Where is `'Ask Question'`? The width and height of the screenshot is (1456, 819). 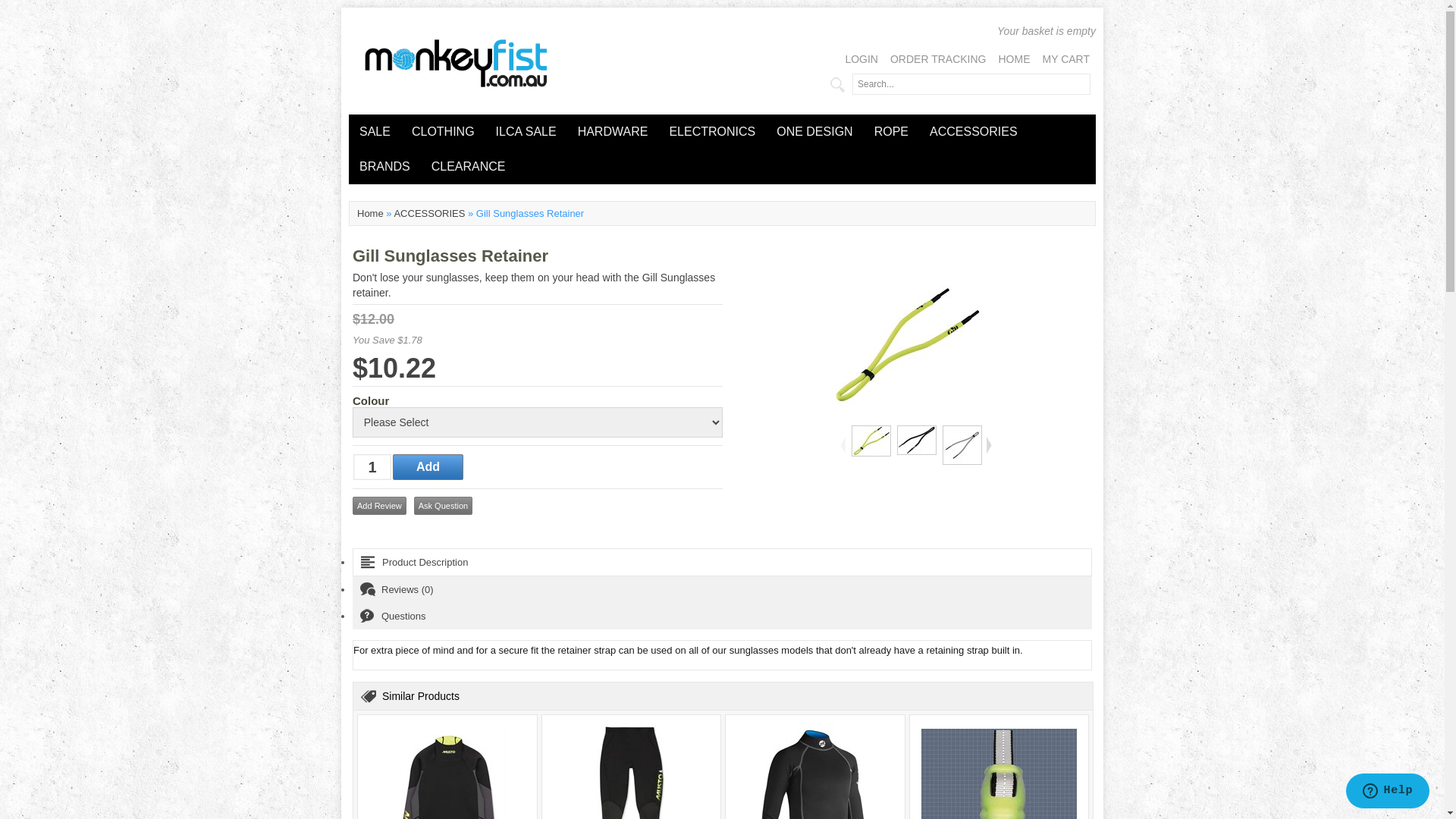 'Ask Question' is located at coordinates (442, 506).